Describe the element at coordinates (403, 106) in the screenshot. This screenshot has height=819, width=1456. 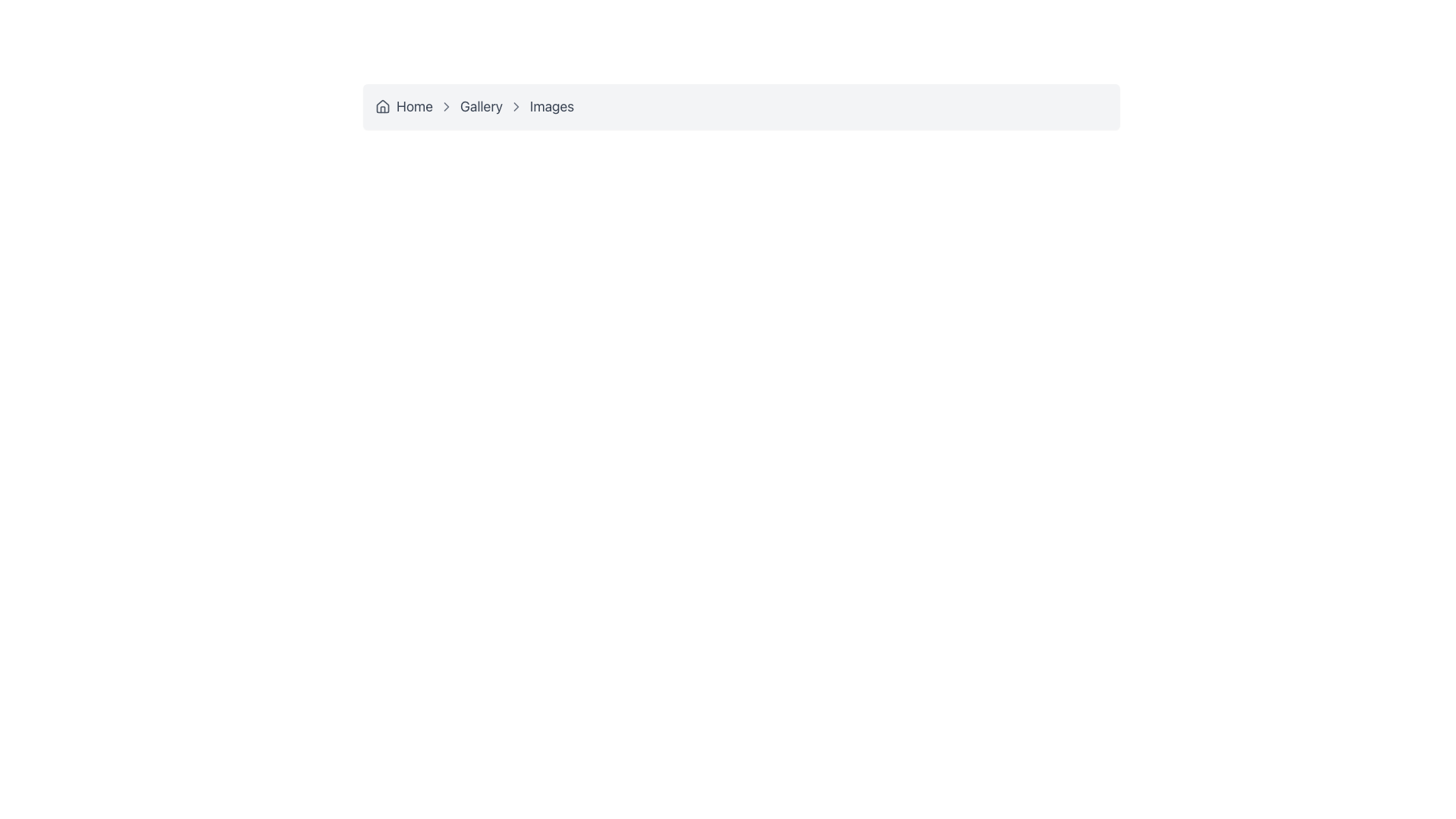
I see `the link with icon that serves as the home page navigation in the breadcrumb navigation bar, located at the upper-left of the interface` at that location.